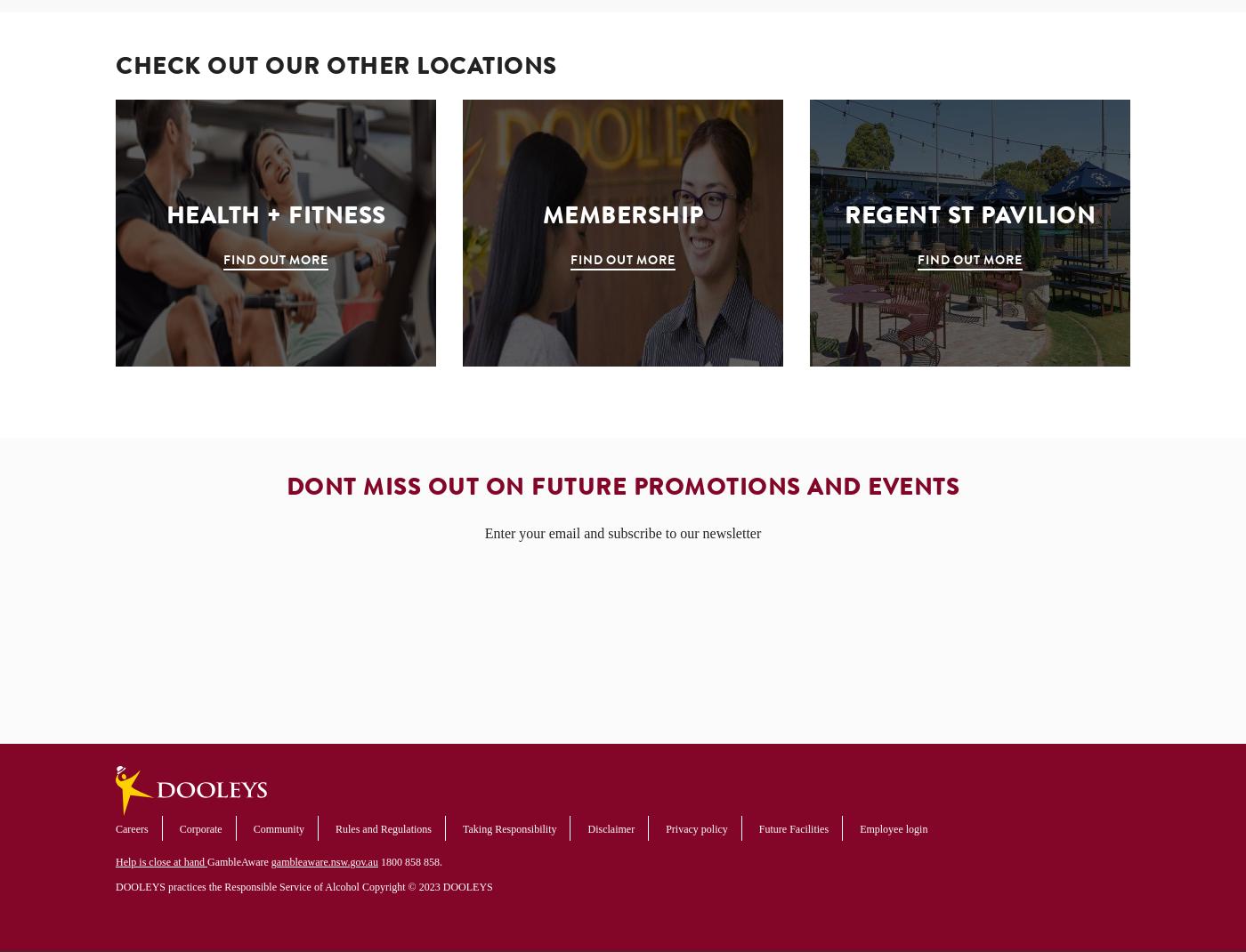 The image size is (1246, 952). What do you see at coordinates (238, 860) in the screenshot?
I see `'GambleAware'` at bounding box center [238, 860].